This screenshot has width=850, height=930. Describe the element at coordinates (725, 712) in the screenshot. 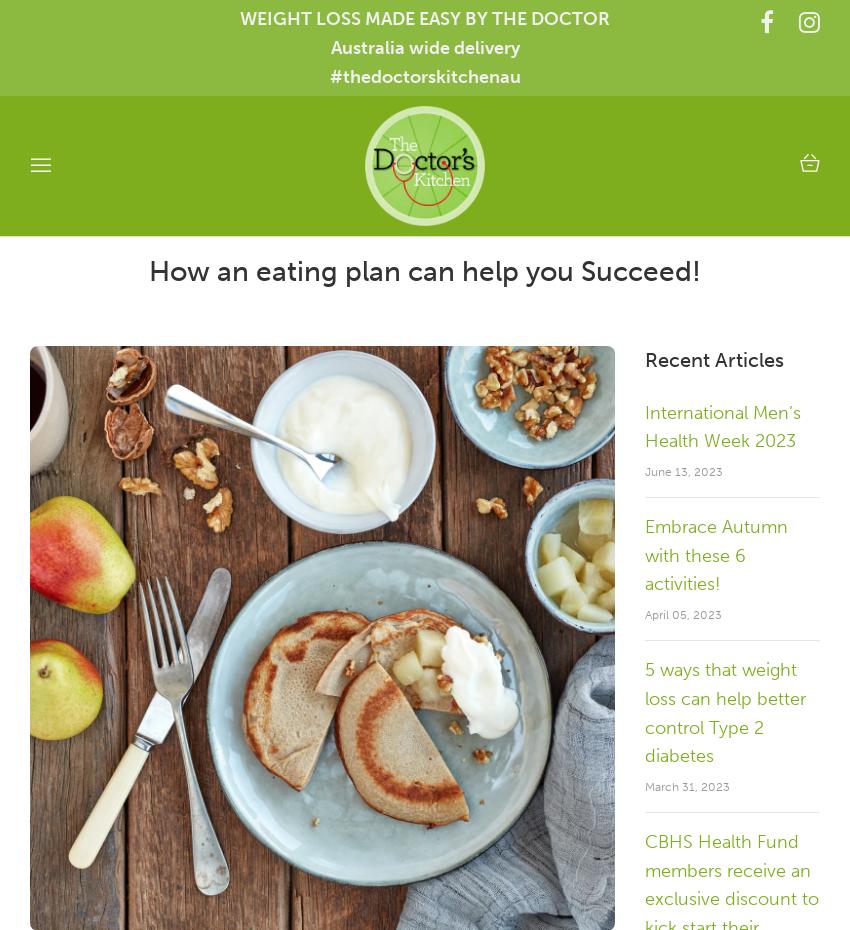

I see `'5 ways that weight loss can help better control Type 2 diabetes'` at that location.